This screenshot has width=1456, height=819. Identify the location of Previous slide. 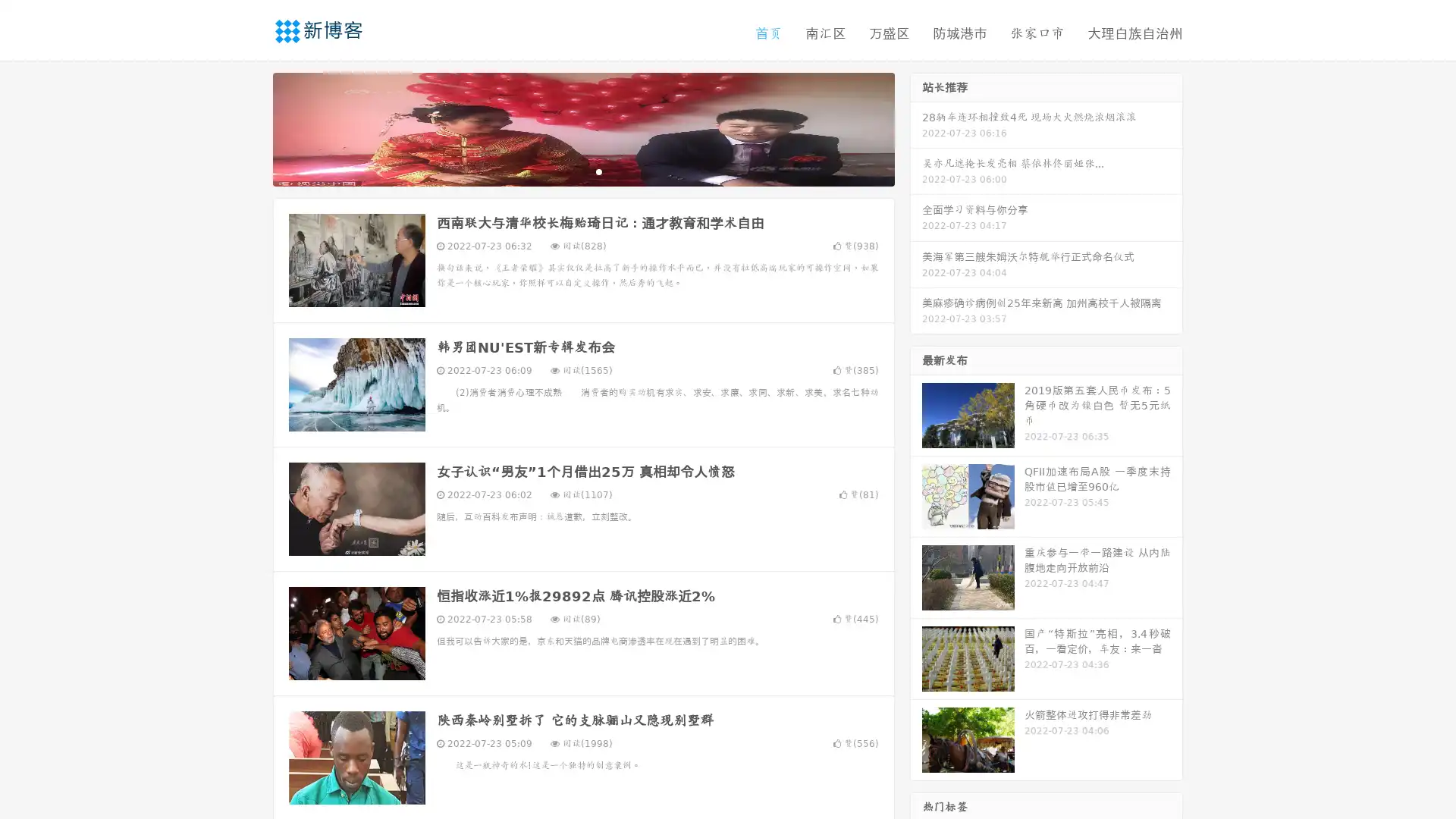
(250, 127).